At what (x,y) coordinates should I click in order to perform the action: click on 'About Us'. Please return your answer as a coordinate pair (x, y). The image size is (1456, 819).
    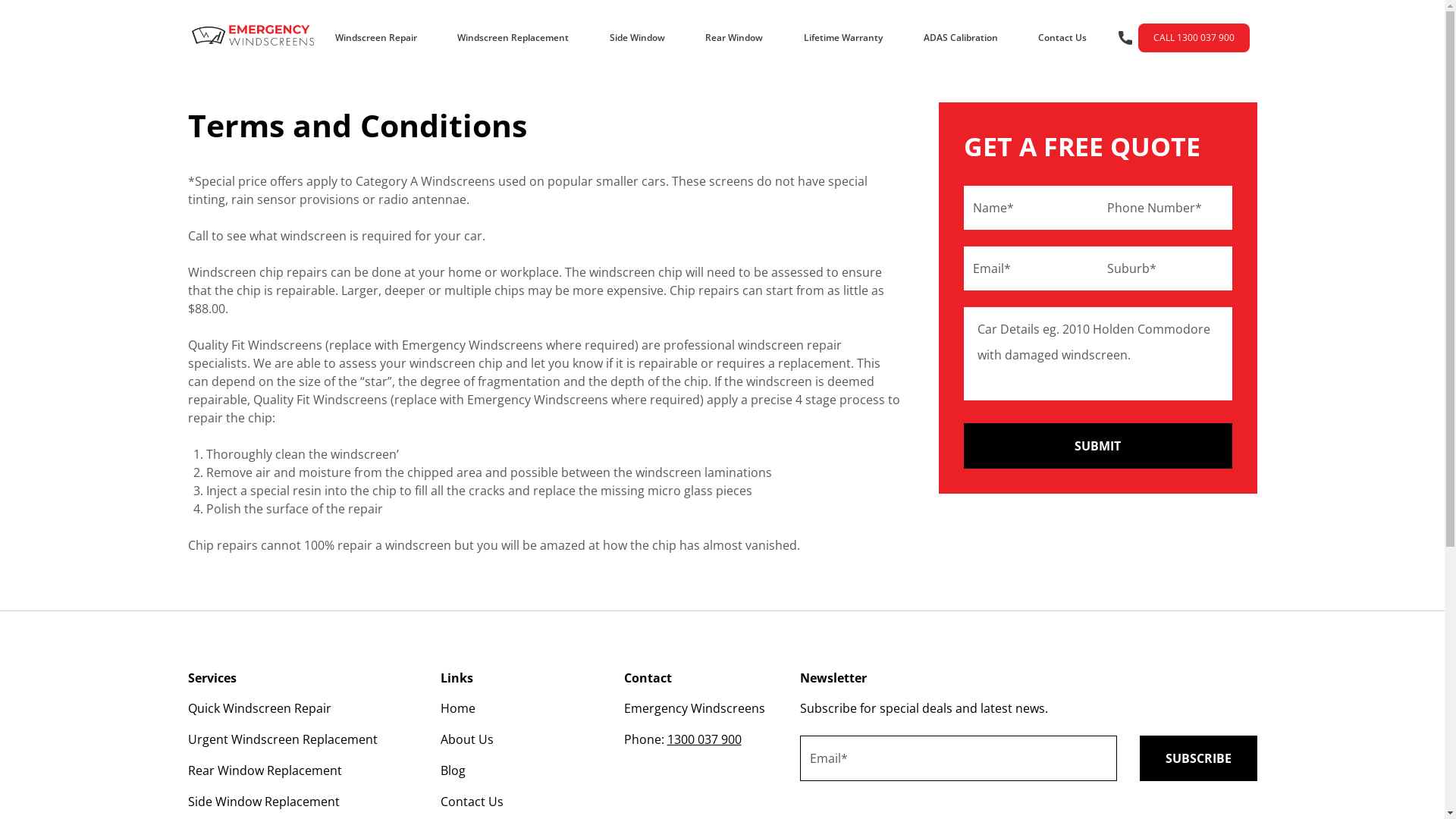
    Looking at the image, I should click on (465, 739).